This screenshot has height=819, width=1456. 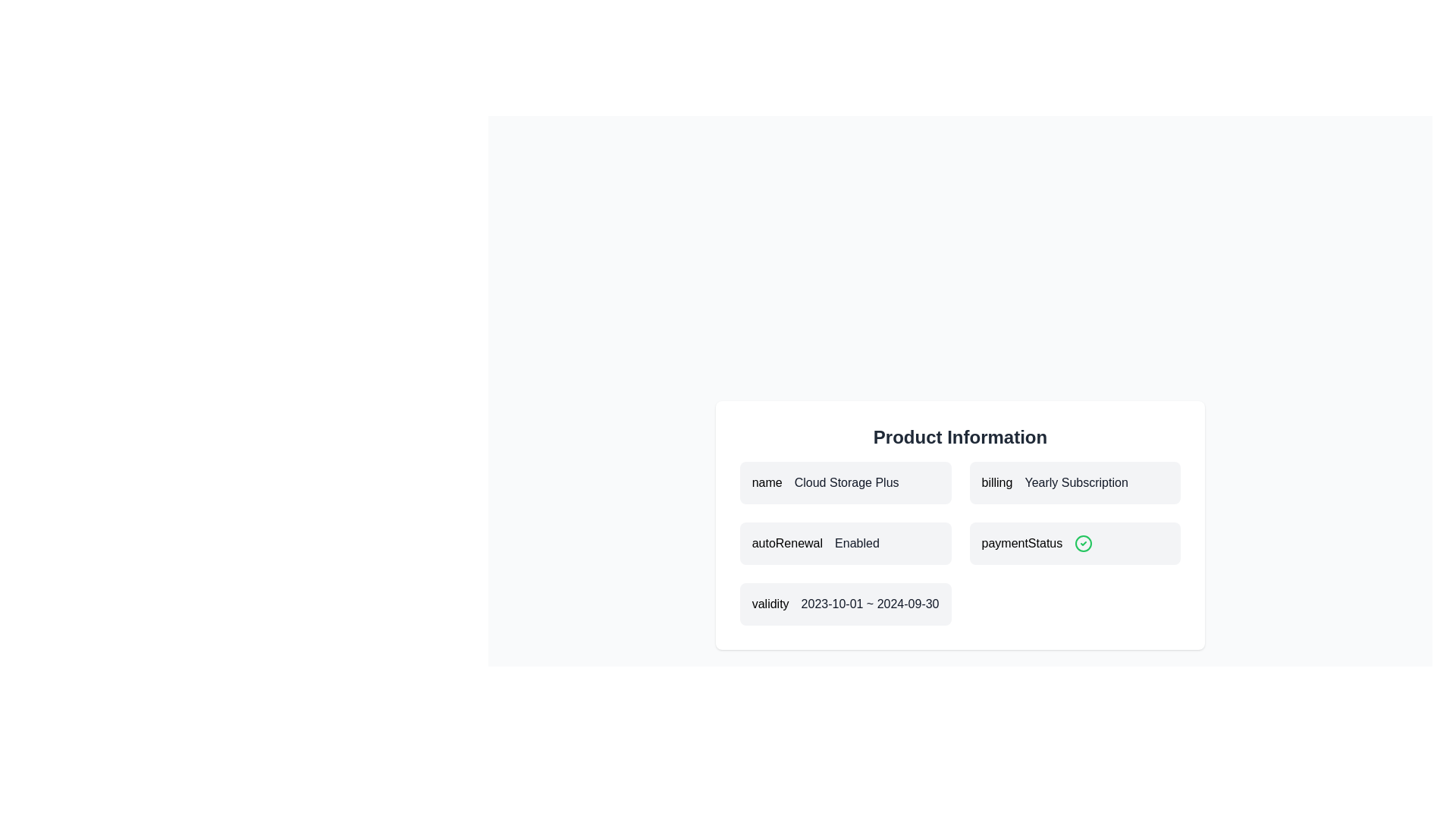 What do you see at coordinates (1021, 543) in the screenshot?
I see `the text label element displaying 'paymentStatus'` at bounding box center [1021, 543].